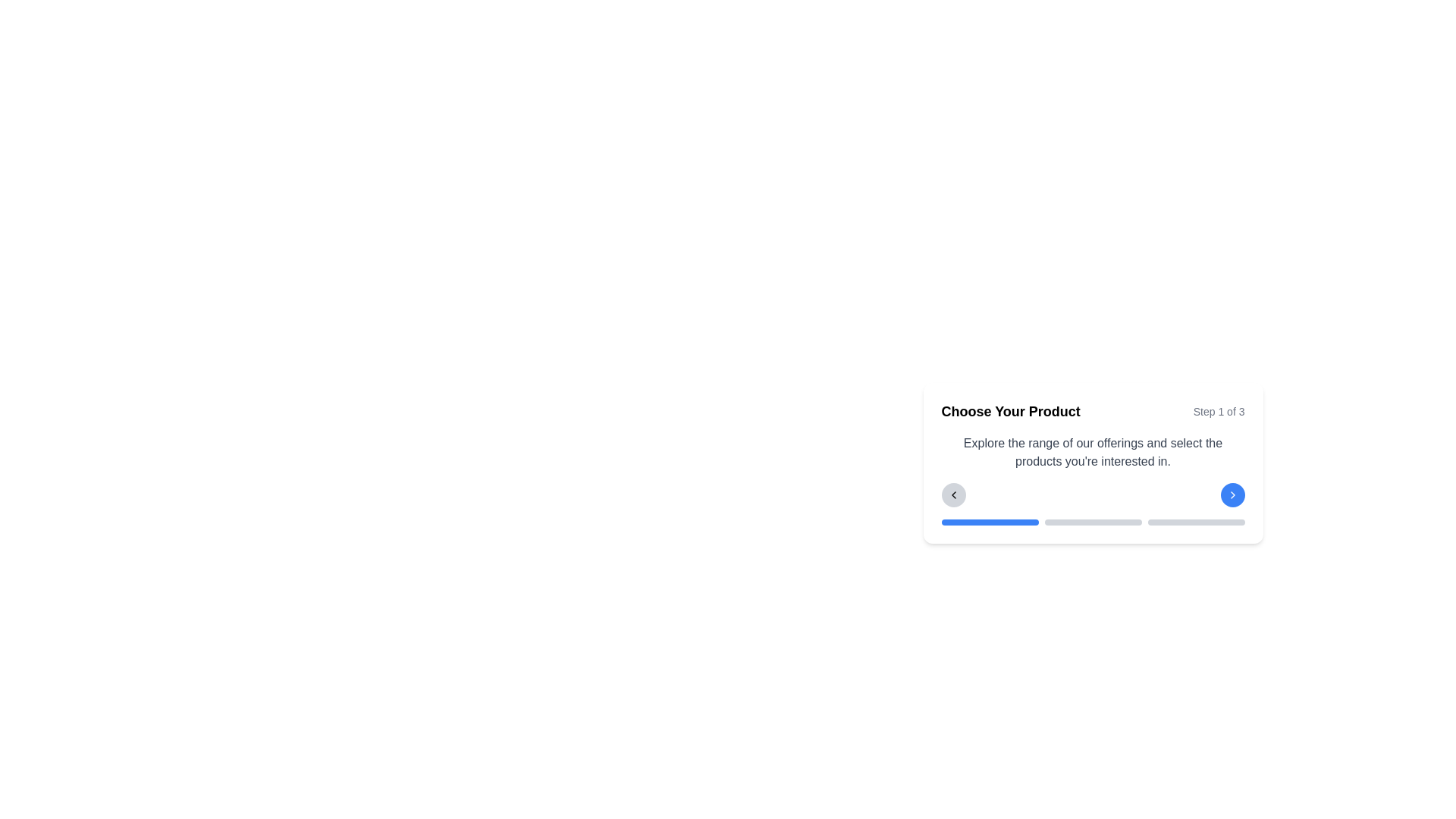  What do you see at coordinates (1093, 462) in the screenshot?
I see `the informational text block titled 'Choose Your Product' that displays guidance for product selection` at bounding box center [1093, 462].